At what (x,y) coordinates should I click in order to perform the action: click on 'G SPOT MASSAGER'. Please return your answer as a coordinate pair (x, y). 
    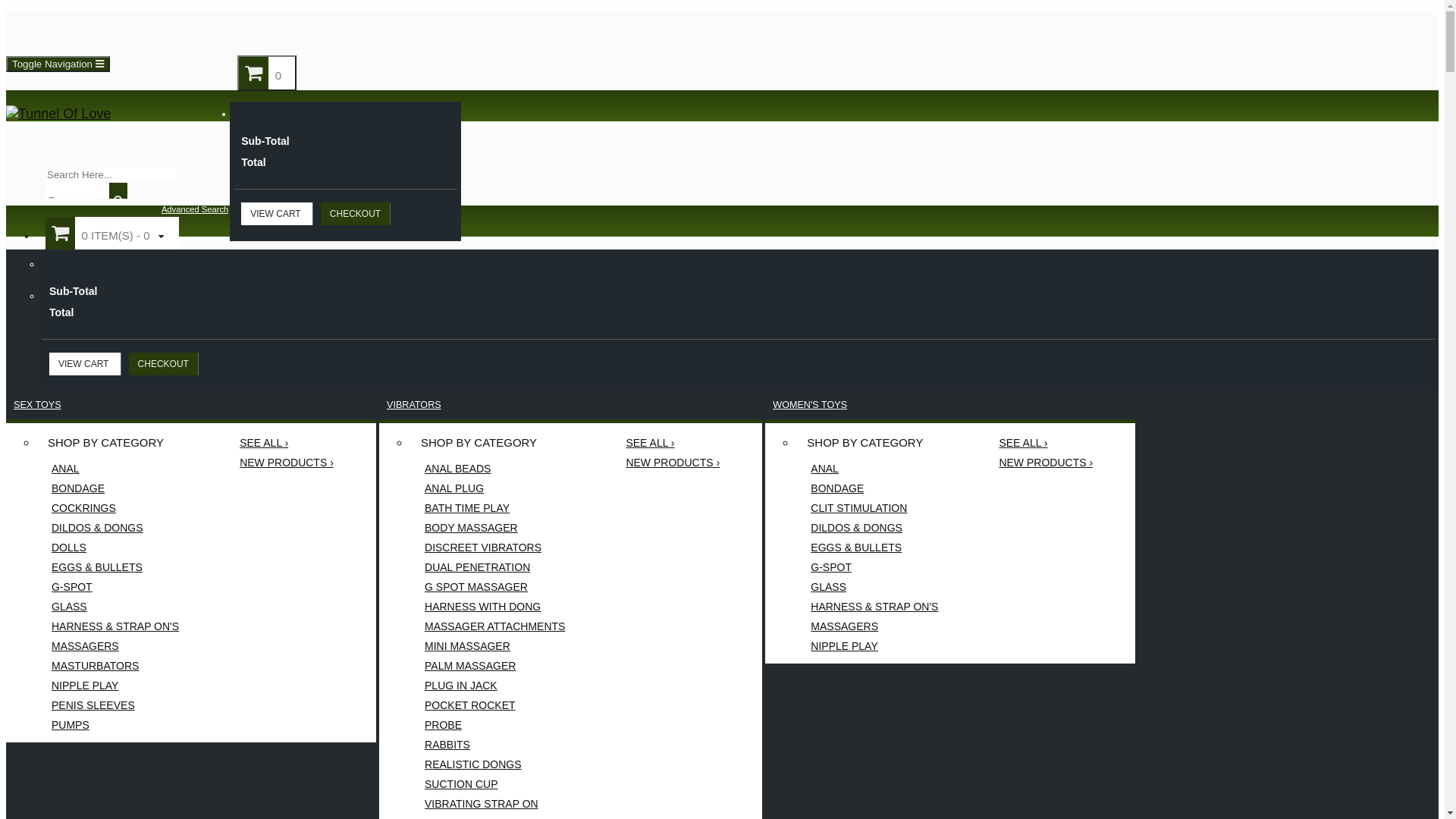
    Looking at the image, I should click on (494, 586).